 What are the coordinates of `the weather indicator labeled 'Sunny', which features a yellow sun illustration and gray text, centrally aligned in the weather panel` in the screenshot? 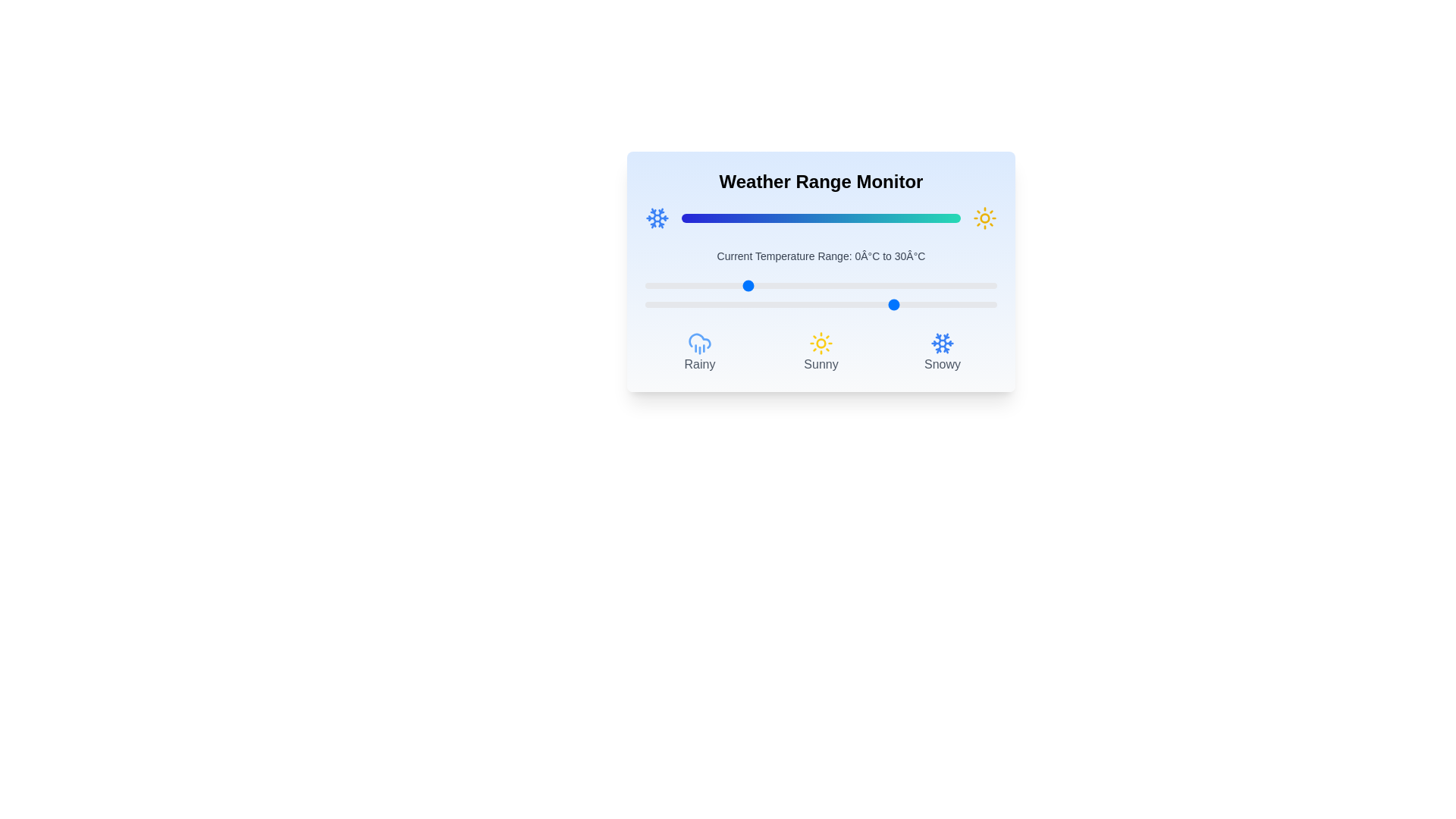 It's located at (821, 353).